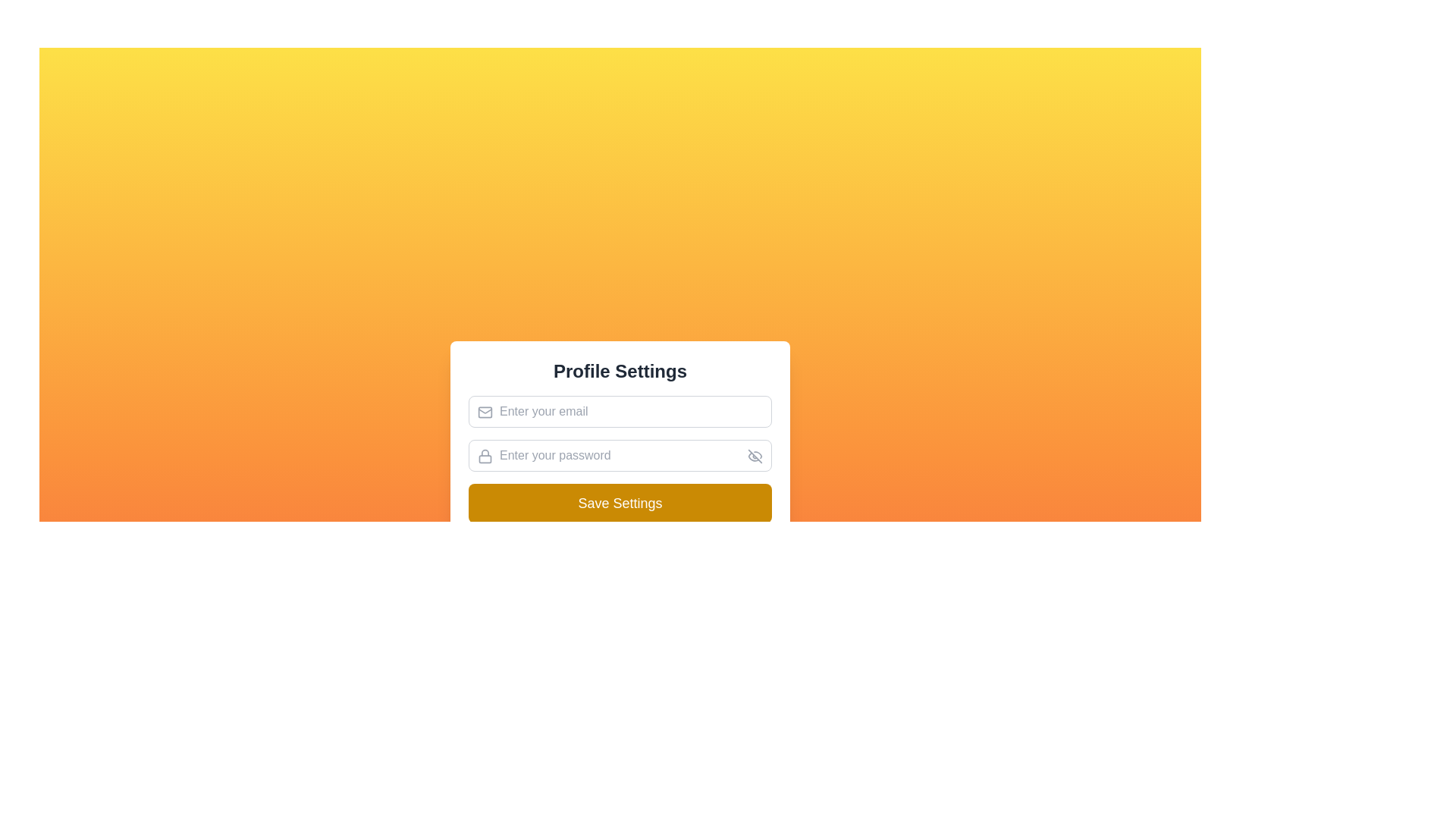  I want to click on the 'Profile Settings' text label for accessibility purposes, so click(620, 371).